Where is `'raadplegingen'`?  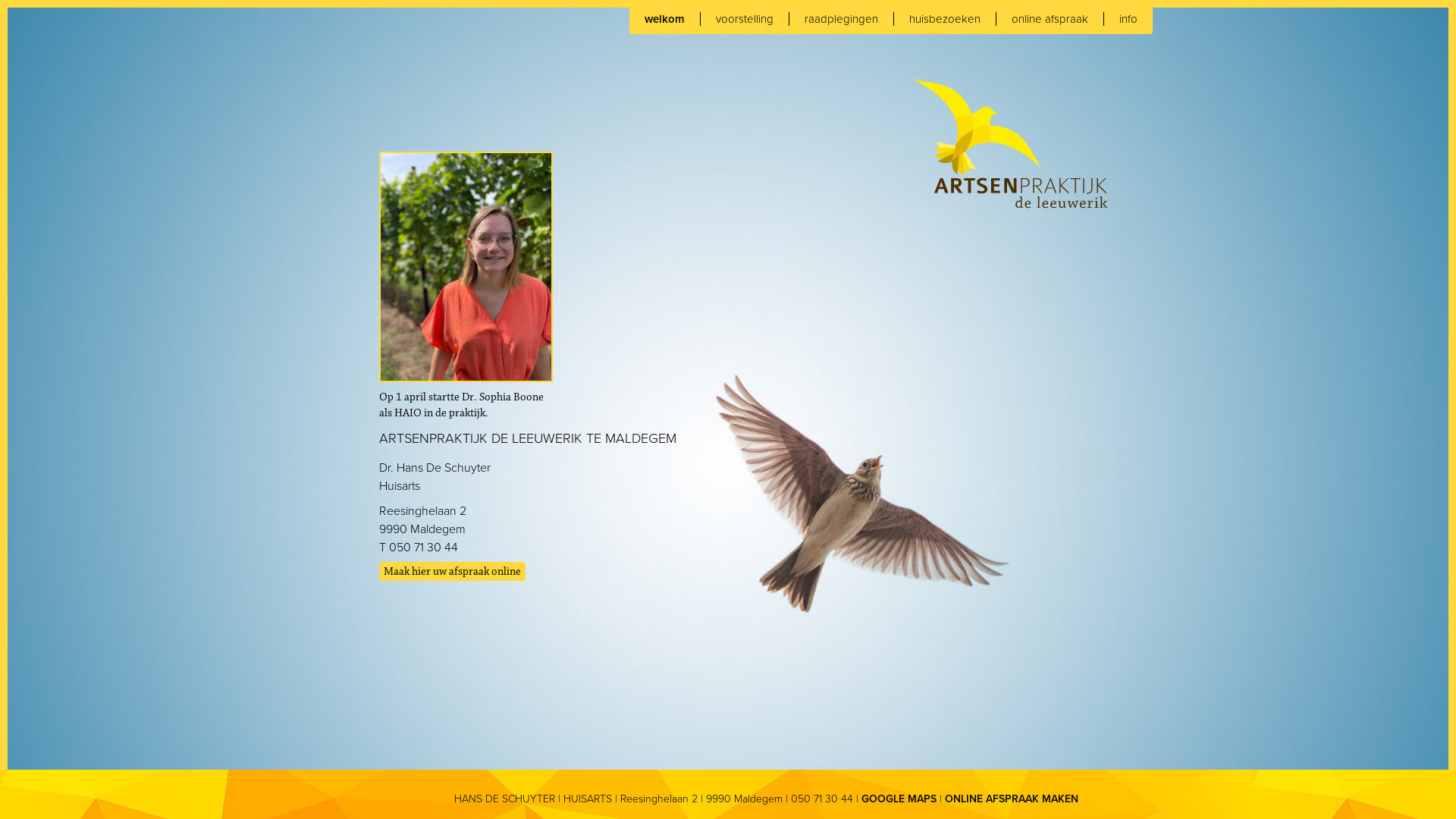
'raadplegingen' is located at coordinates (840, 18).